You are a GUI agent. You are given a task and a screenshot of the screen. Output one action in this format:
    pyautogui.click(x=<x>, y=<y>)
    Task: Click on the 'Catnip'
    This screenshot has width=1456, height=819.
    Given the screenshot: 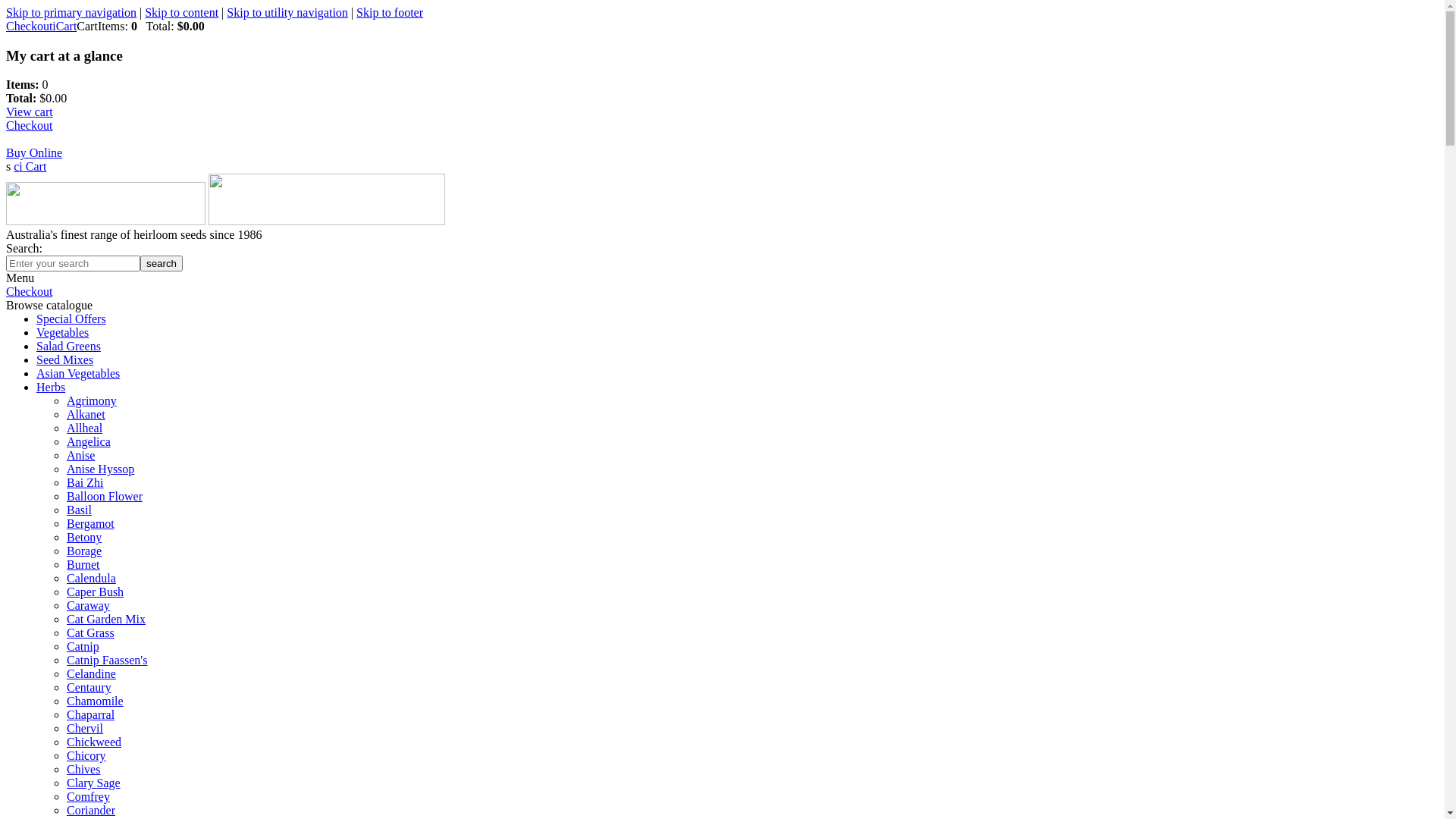 What is the action you would take?
    pyautogui.click(x=82, y=646)
    